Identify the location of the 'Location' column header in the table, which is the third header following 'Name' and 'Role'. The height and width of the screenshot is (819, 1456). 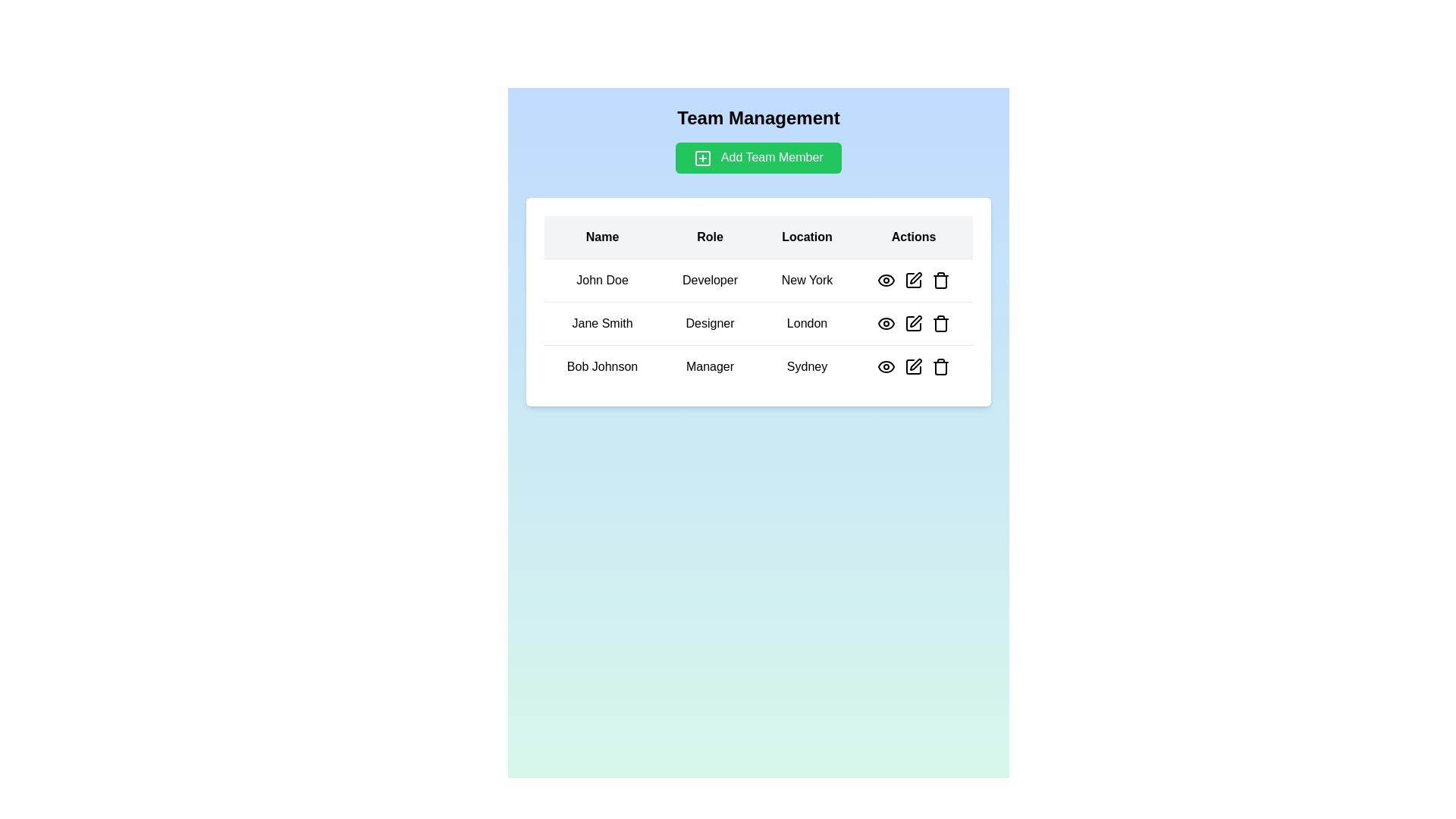
(806, 237).